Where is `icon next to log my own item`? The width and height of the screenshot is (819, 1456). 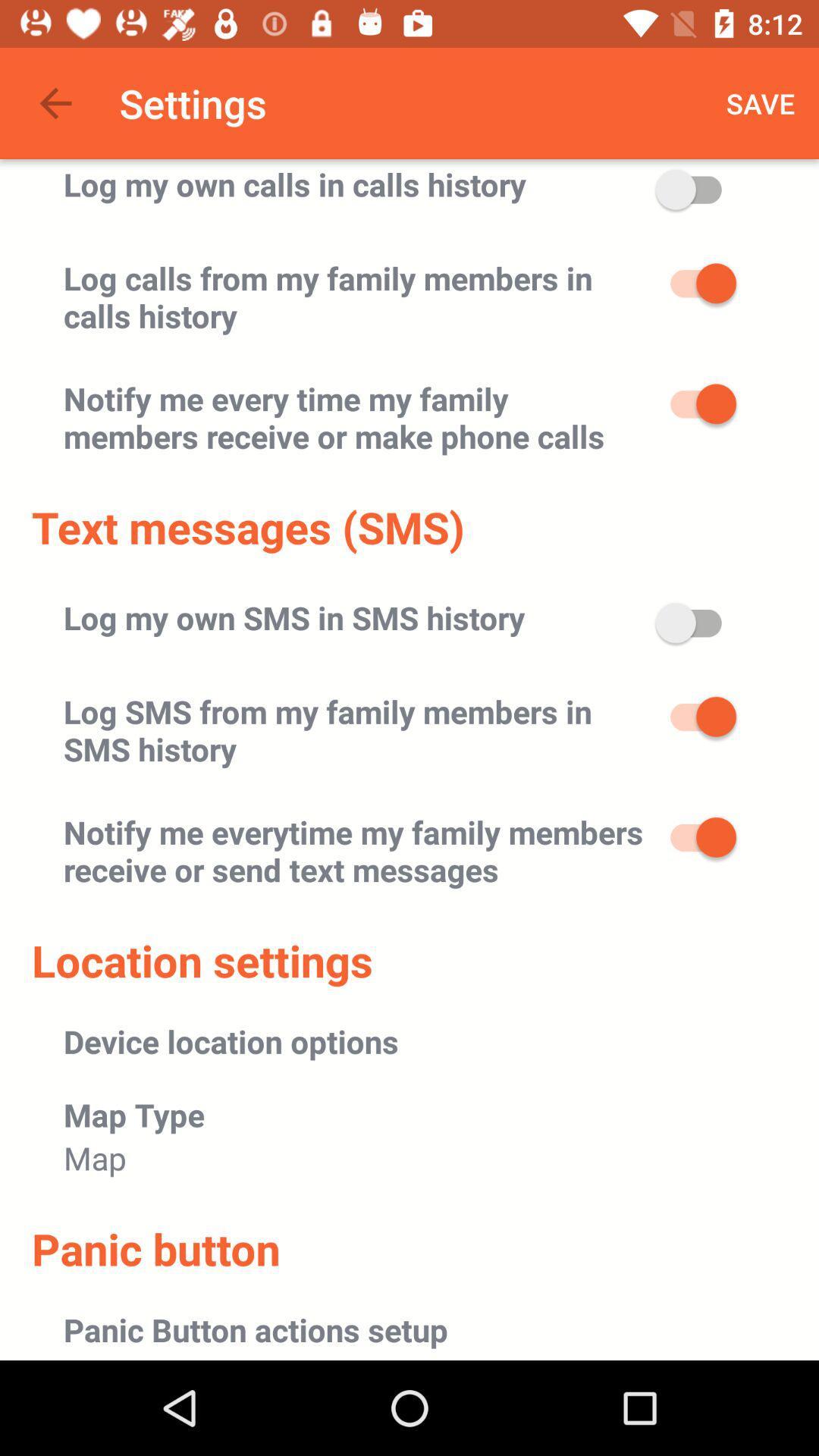 icon next to log my own item is located at coordinates (761, 102).